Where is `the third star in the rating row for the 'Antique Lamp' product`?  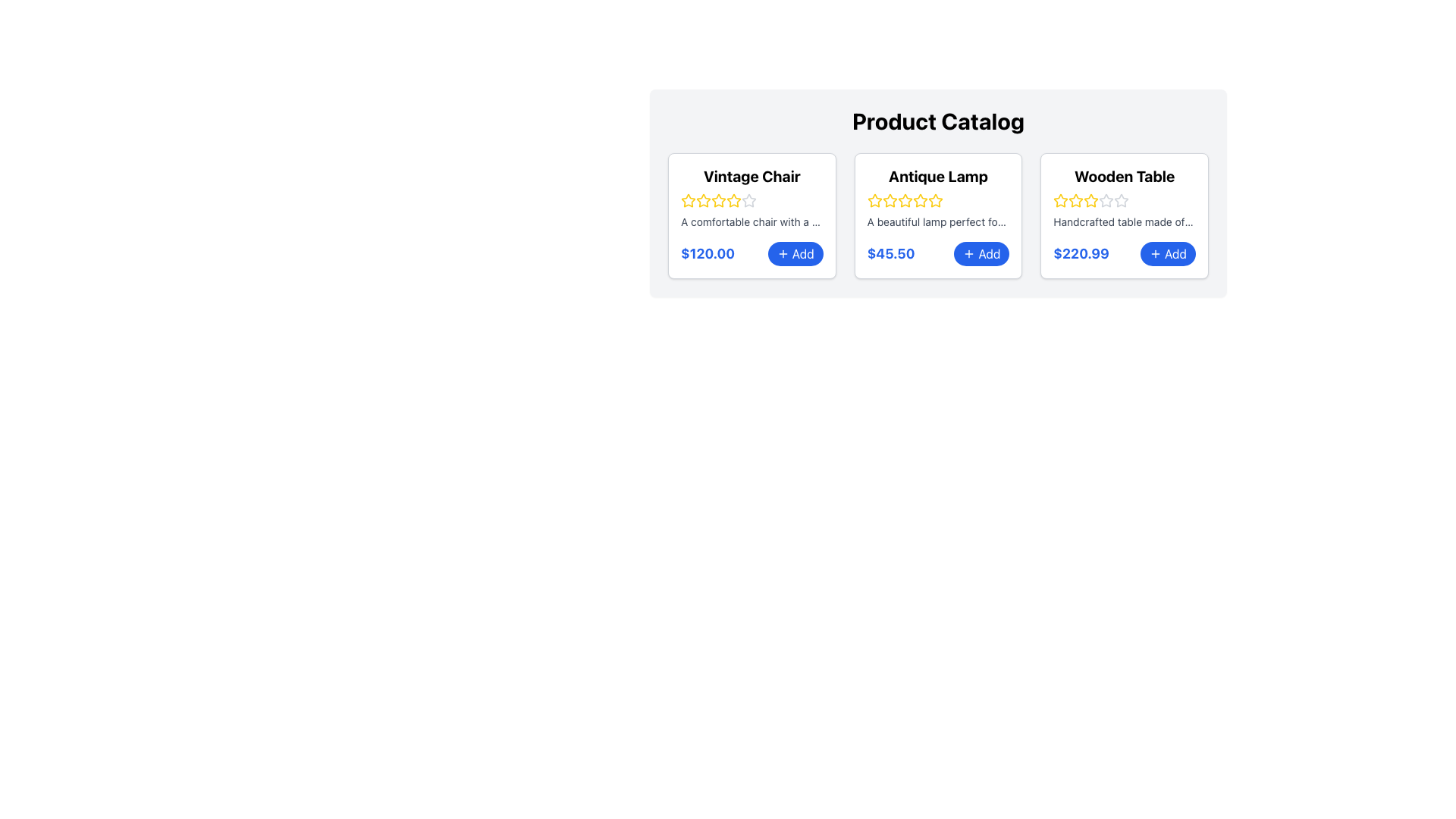 the third star in the rating row for the 'Antique Lamp' product is located at coordinates (934, 199).